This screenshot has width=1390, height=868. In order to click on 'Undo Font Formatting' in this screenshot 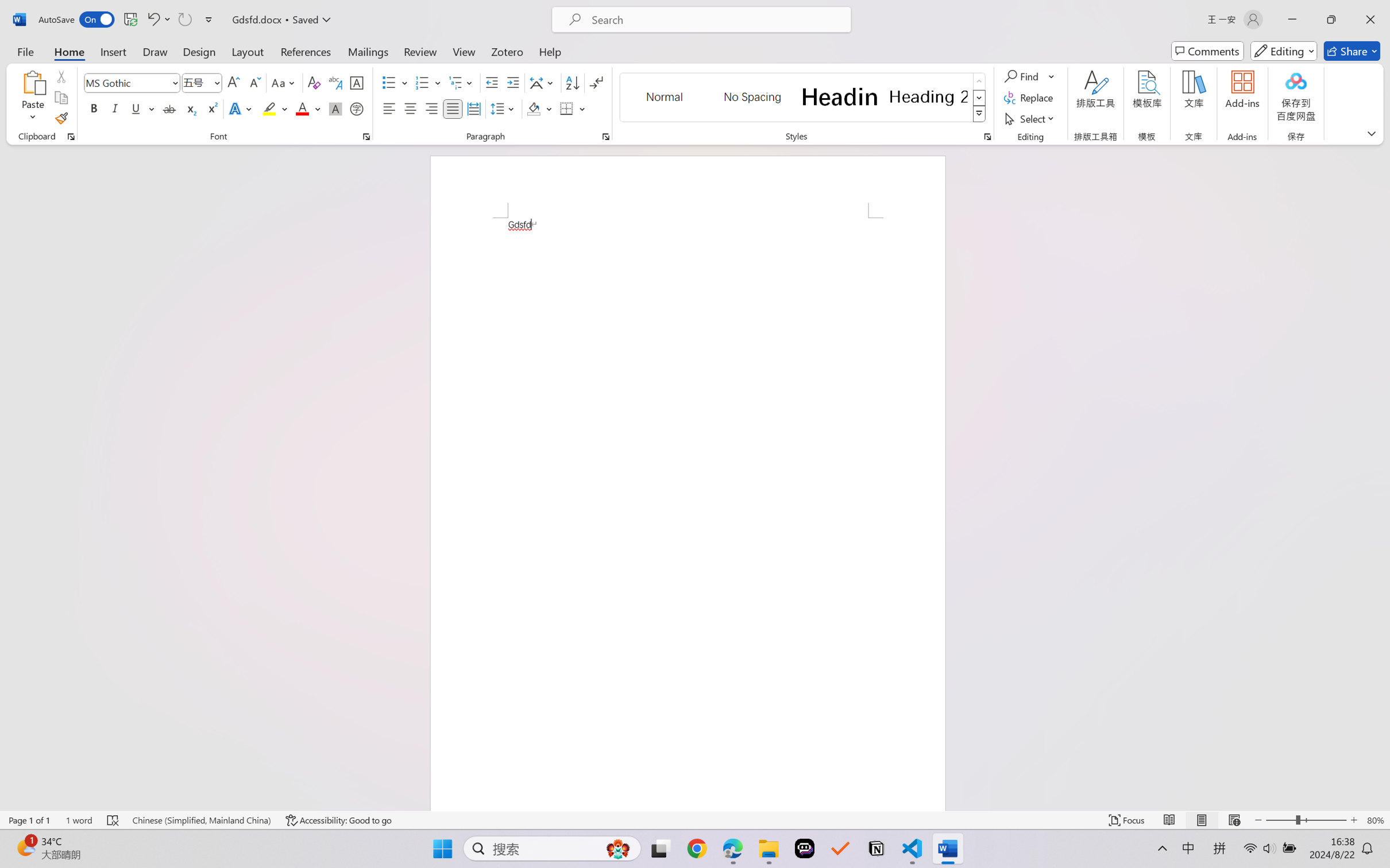, I will do `click(152, 19)`.